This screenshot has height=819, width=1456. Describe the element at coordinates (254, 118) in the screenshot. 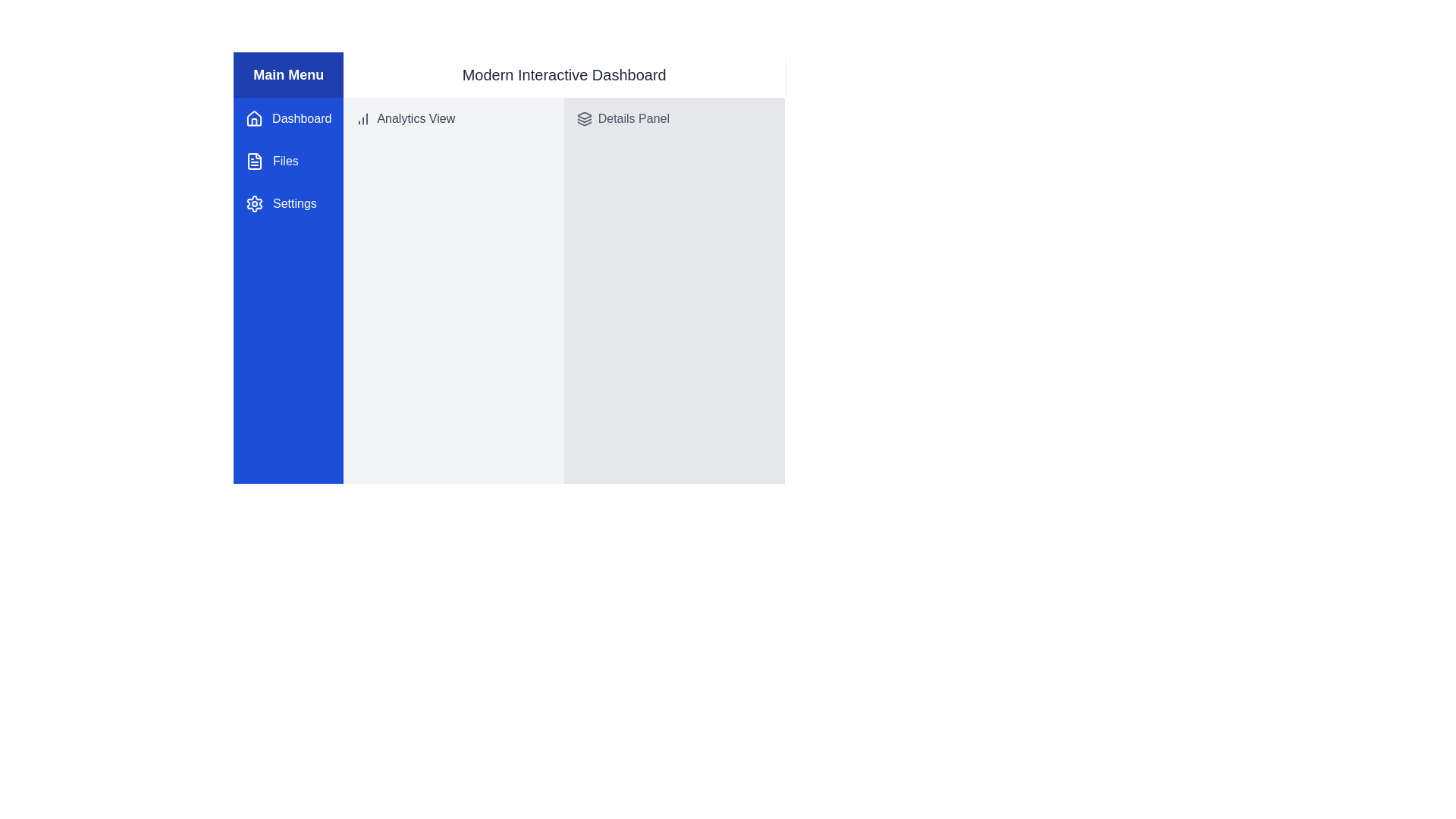

I see `the house icon with a white outline and blue background, located on the vertical navigation bar` at that location.